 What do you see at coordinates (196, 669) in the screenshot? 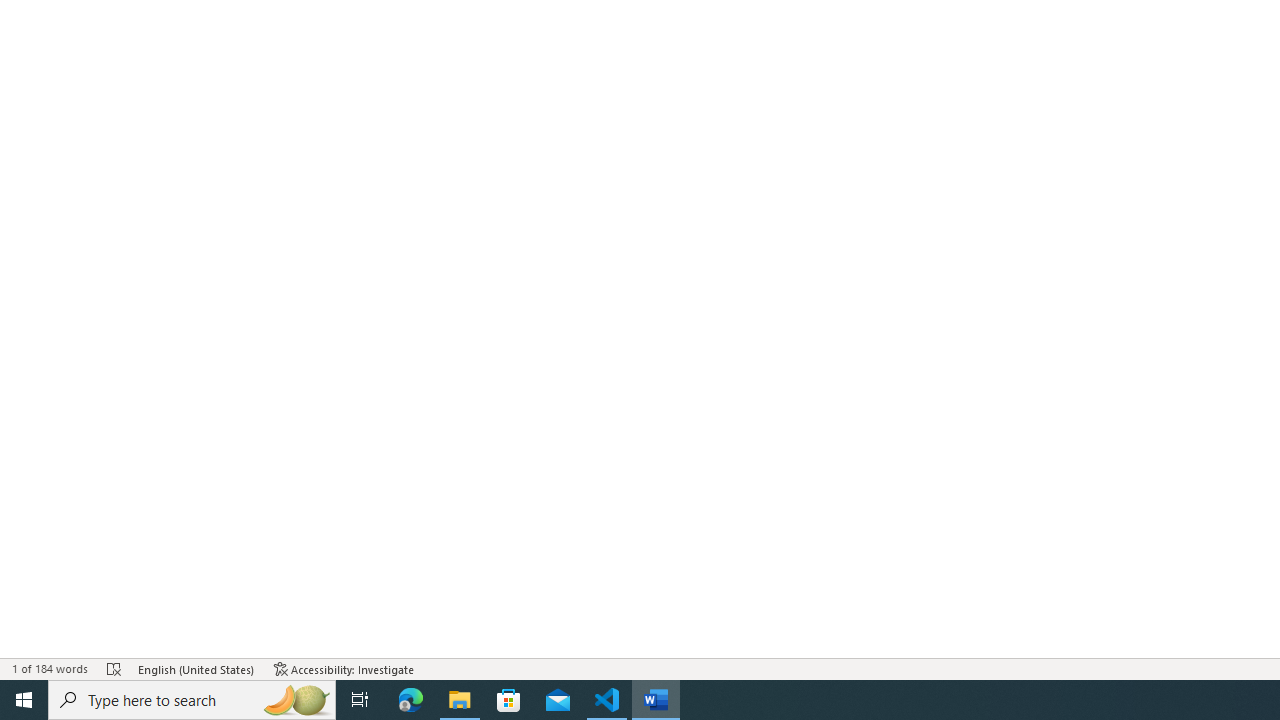
I see `'Language English (United States)'` at bounding box center [196, 669].